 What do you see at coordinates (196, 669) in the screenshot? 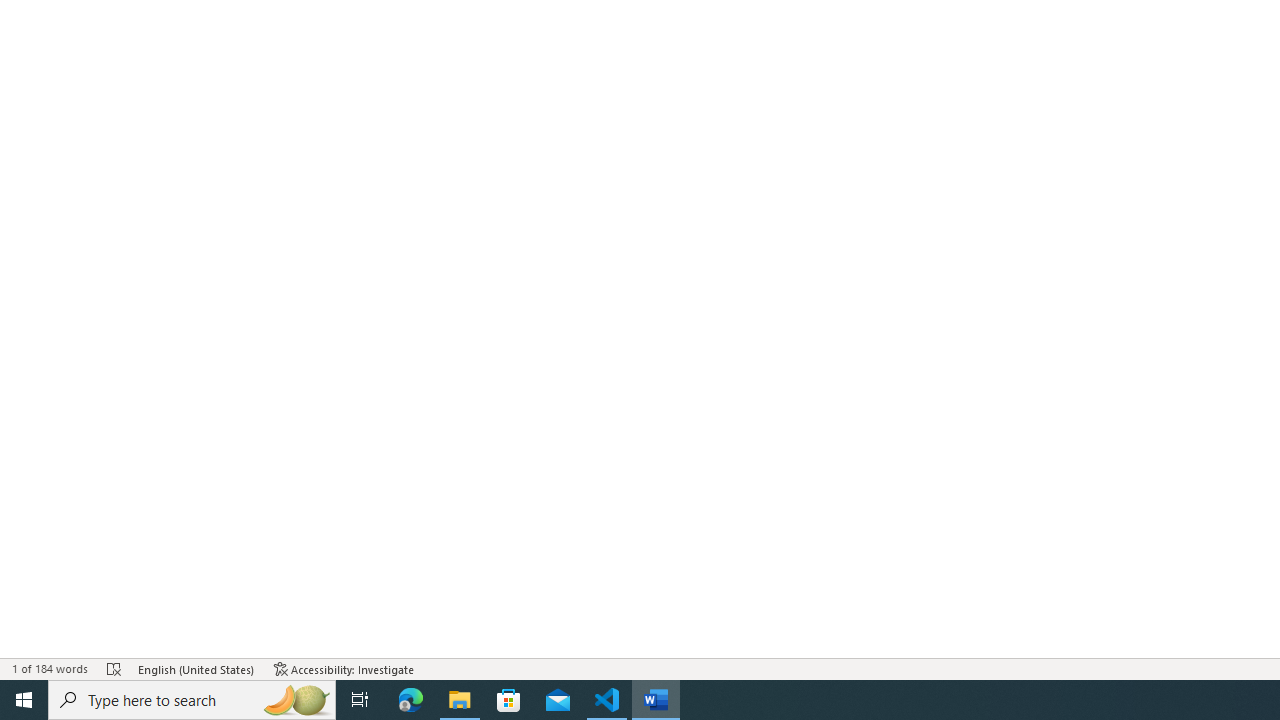
I see `'Language English (United States)'` at bounding box center [196, 669].